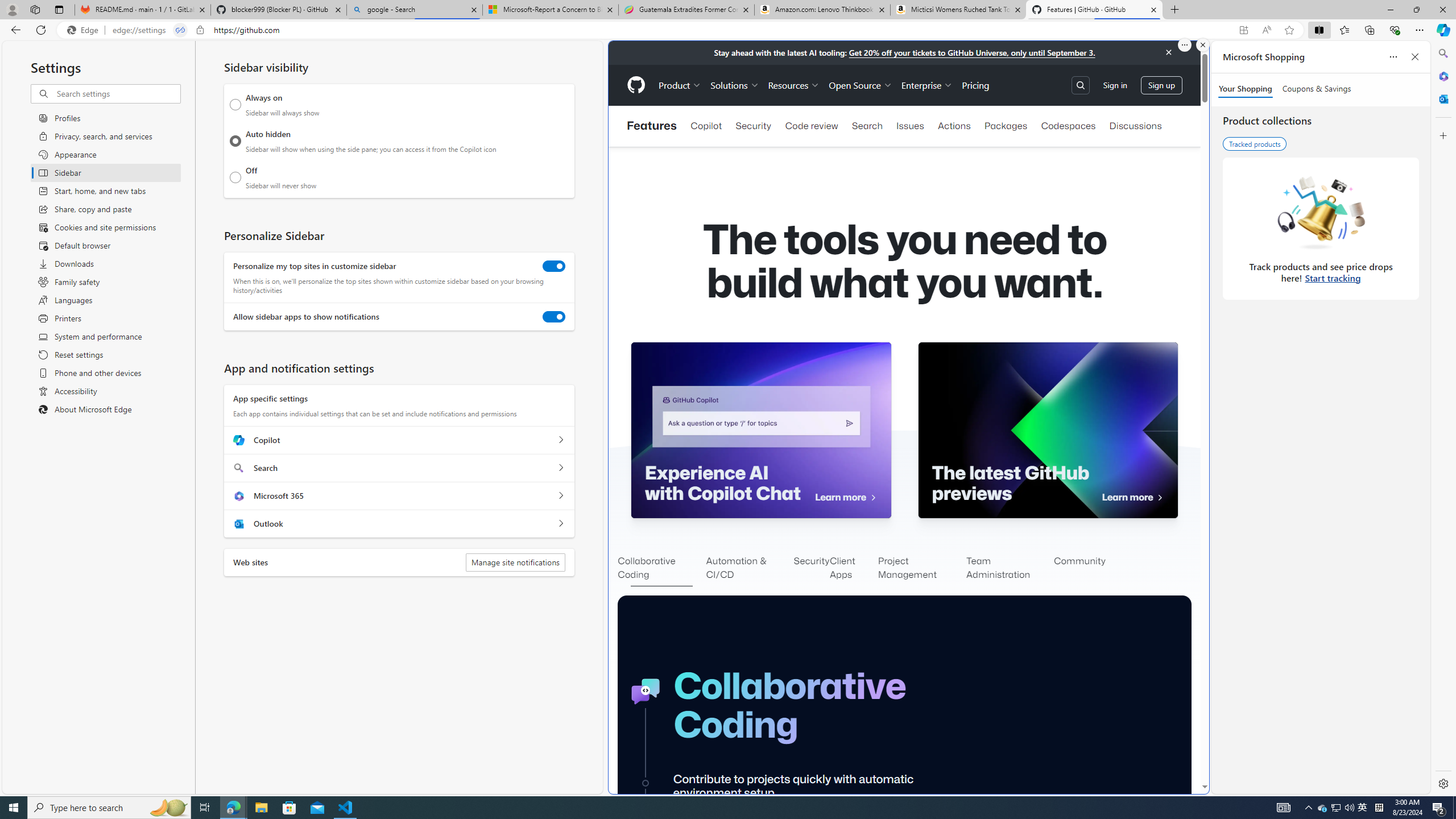  Describe the element at coordinates (975, 85) in the screenshot. I see `'Pricing'` at that location.